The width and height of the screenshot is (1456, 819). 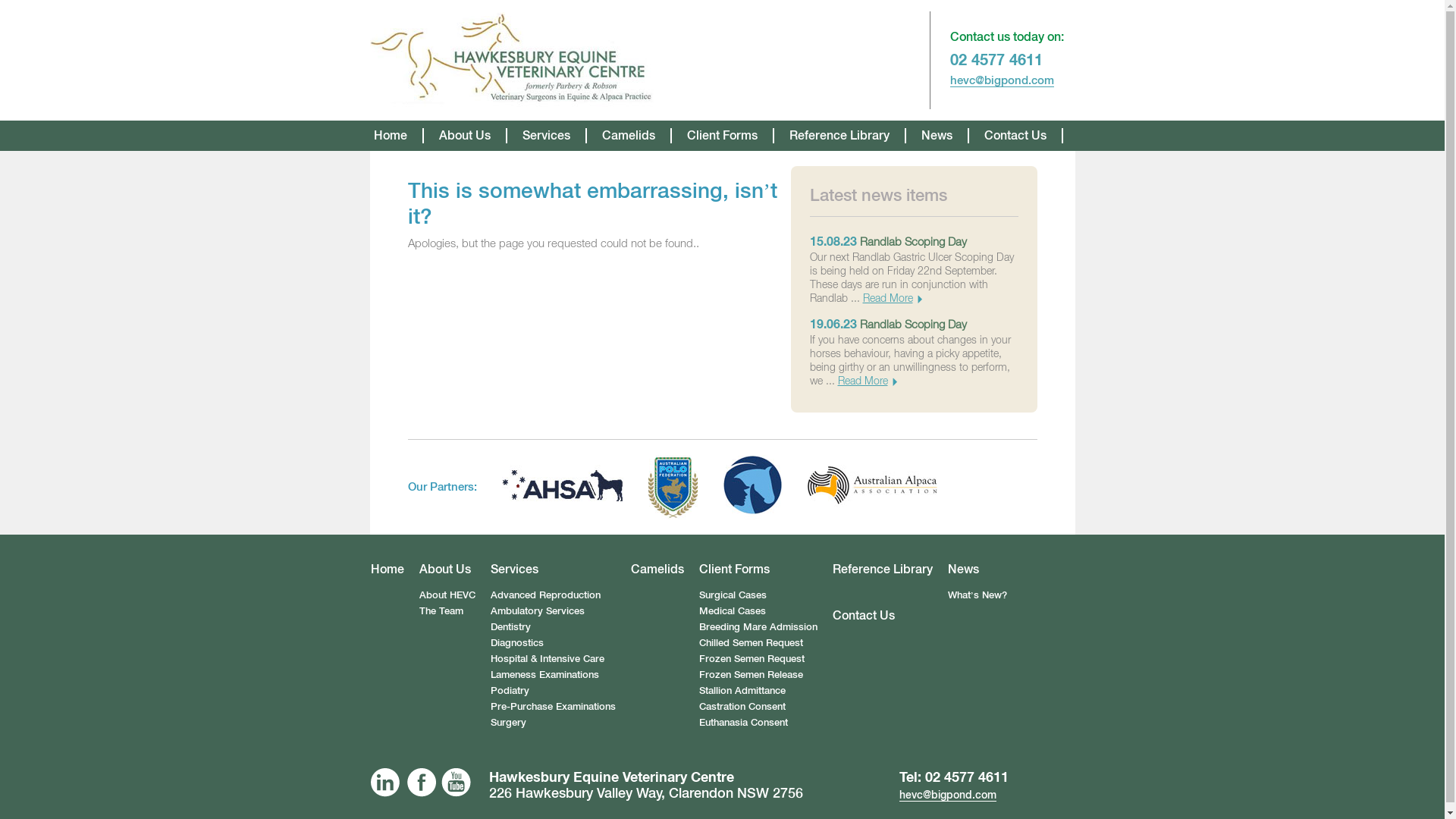 What do you see at coordinates (510, 690) in the screenshot?
I see `'Podiatry'` at bounding box center [510, 690].